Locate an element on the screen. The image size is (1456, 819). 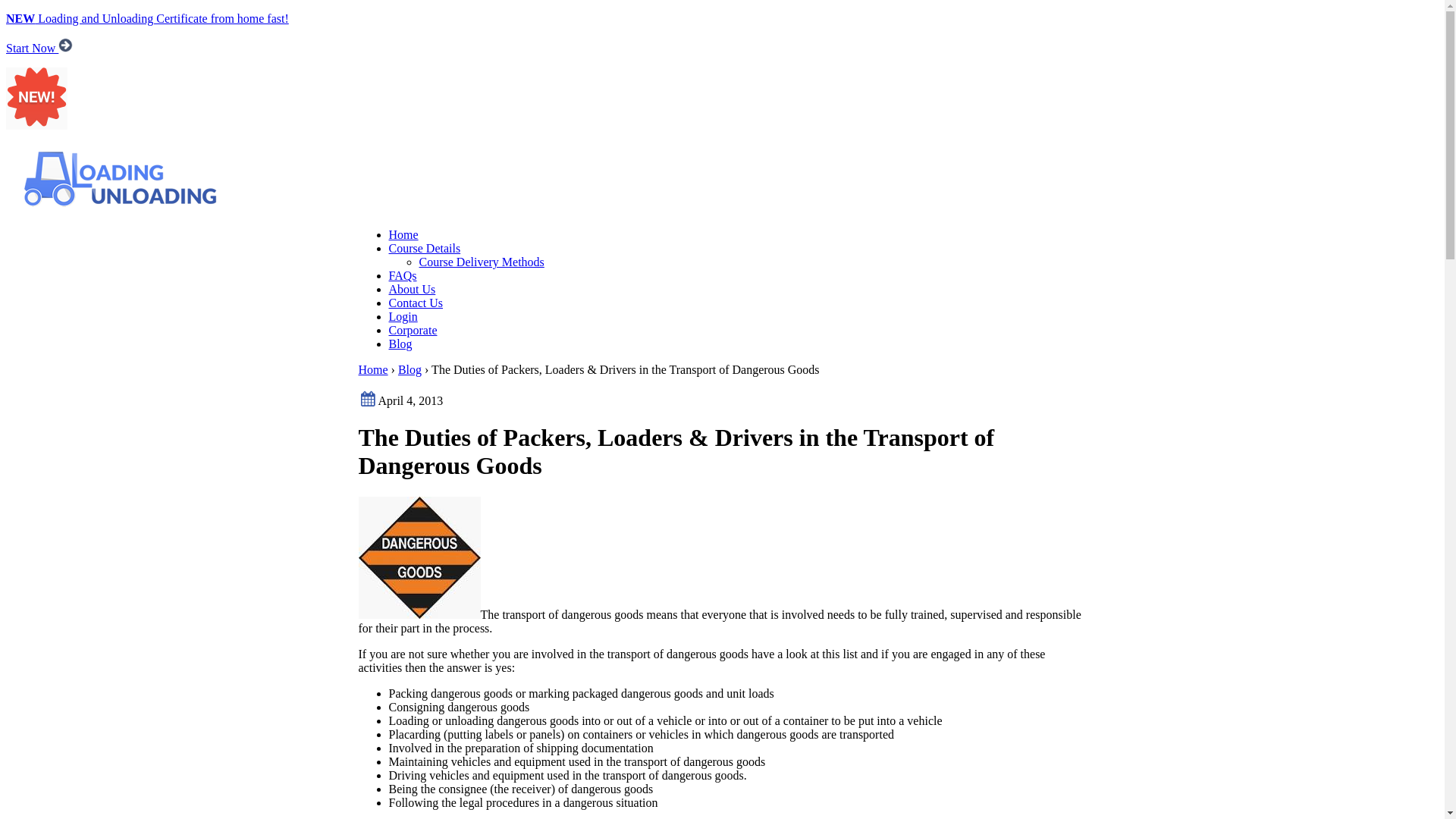
'Home' is located at coordinates (372, 369).